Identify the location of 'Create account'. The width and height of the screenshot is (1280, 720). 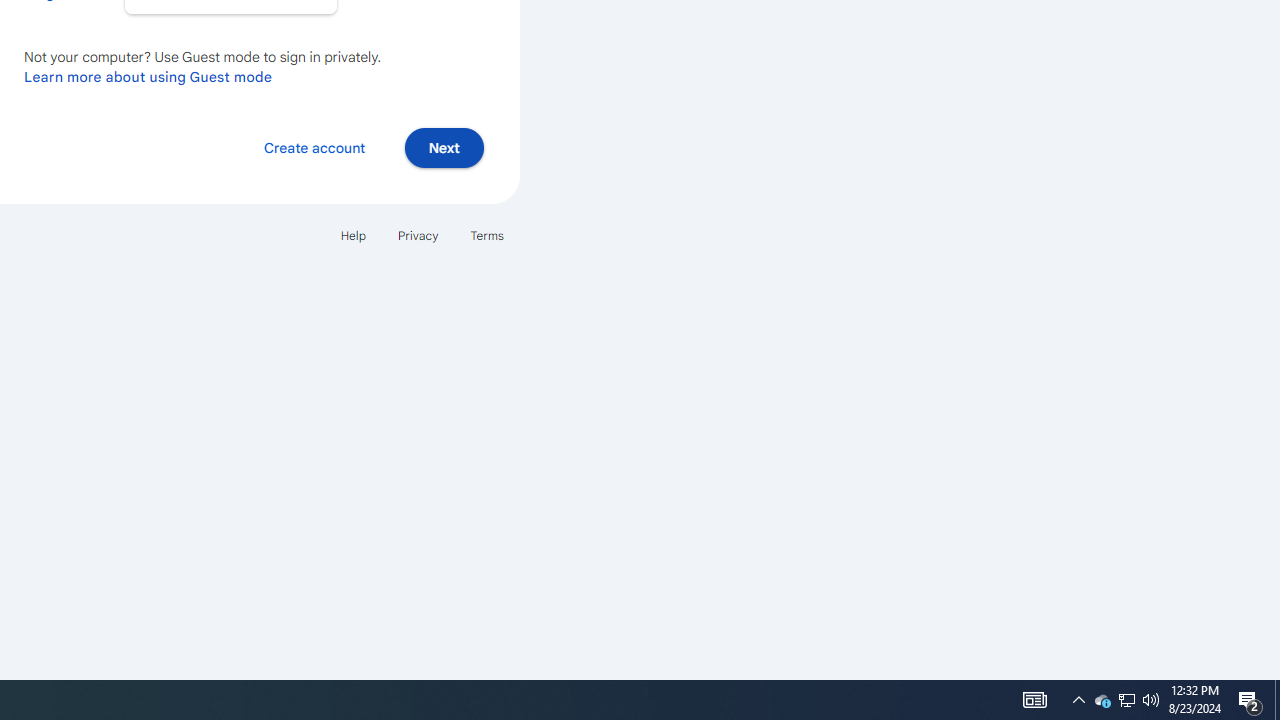
(313, 146).